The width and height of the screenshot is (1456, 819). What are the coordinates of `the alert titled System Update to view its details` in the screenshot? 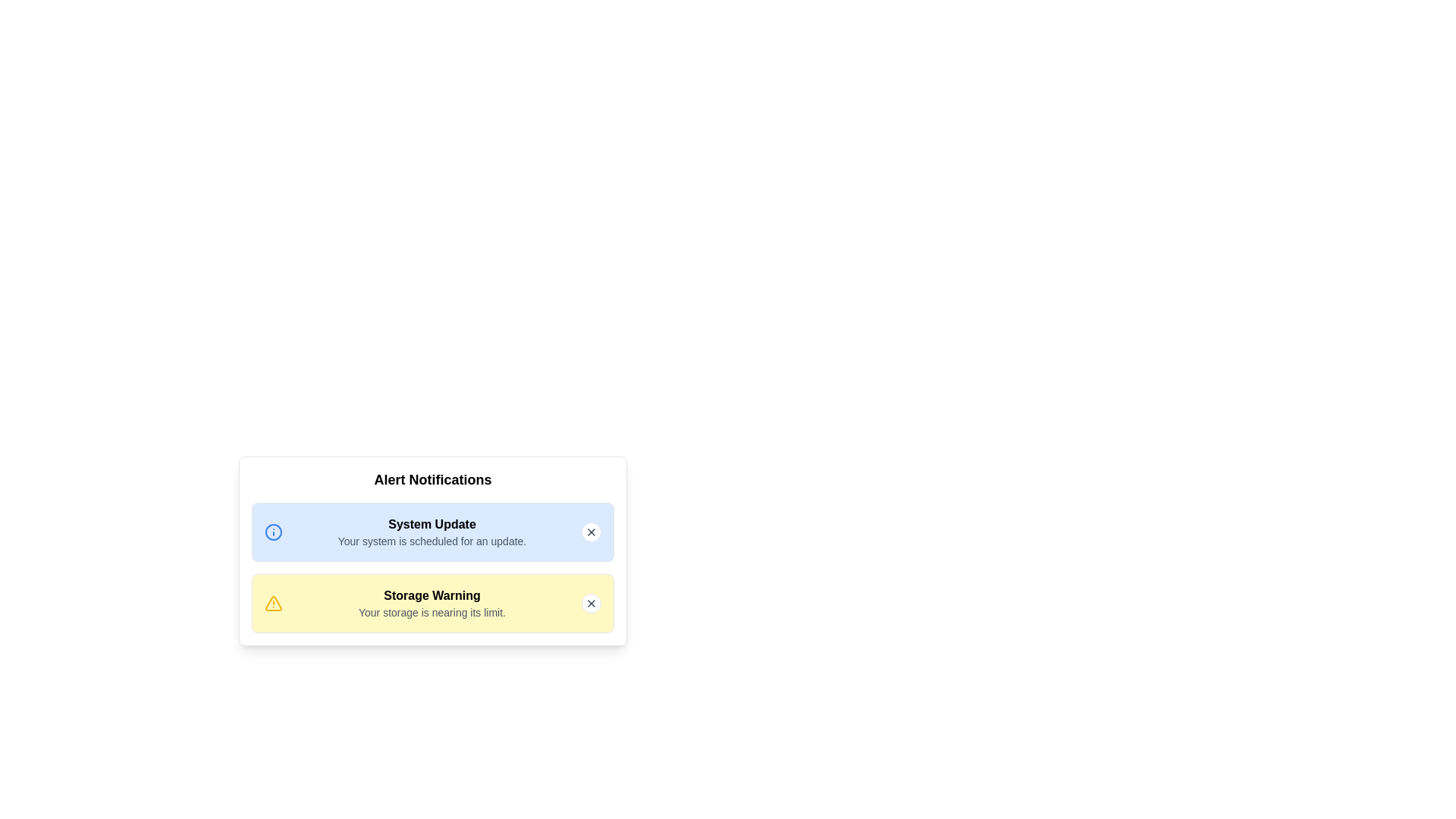 It's located at (431, 523).